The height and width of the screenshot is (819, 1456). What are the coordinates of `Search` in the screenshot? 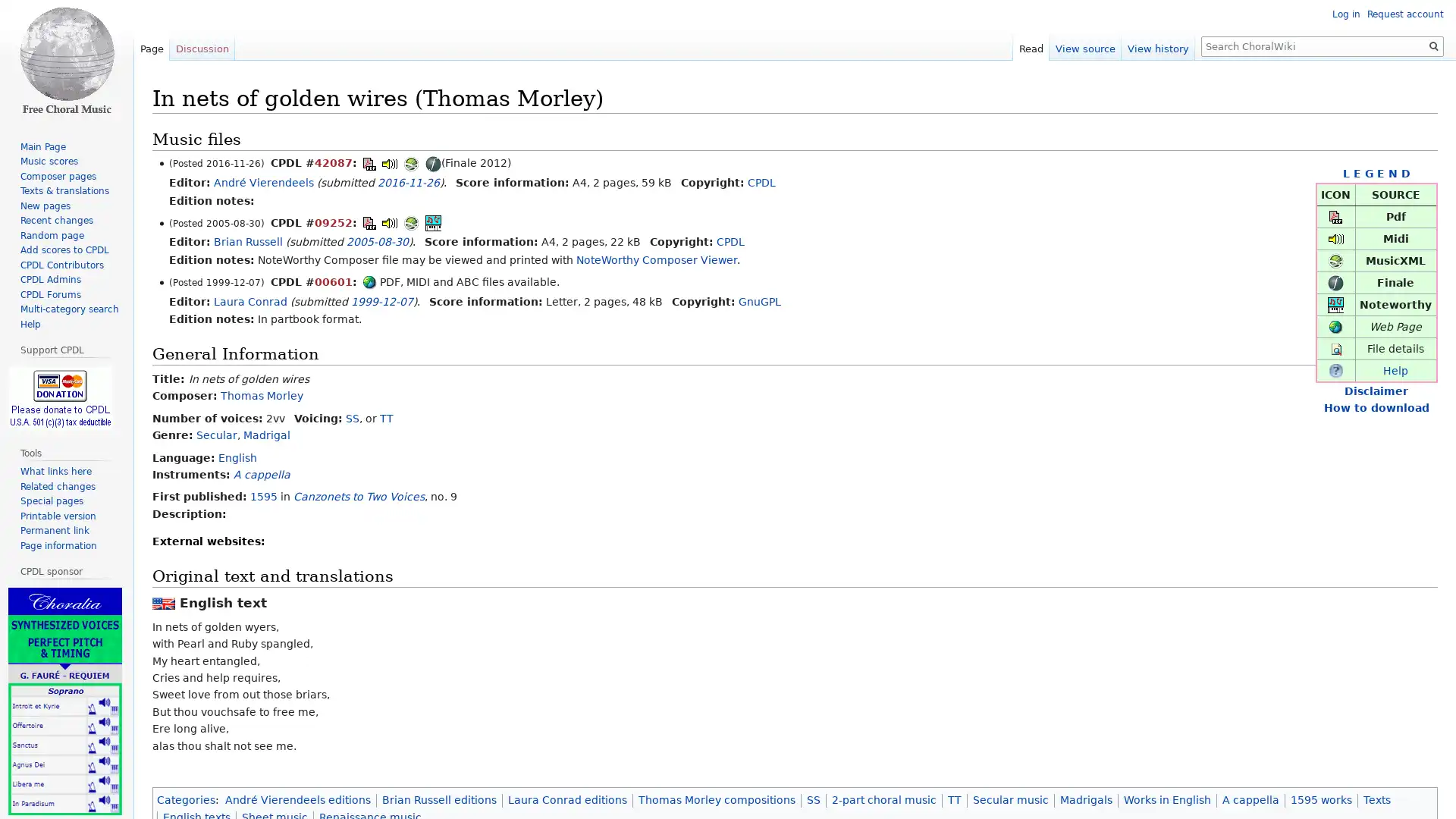 It's located at (1433, 45).